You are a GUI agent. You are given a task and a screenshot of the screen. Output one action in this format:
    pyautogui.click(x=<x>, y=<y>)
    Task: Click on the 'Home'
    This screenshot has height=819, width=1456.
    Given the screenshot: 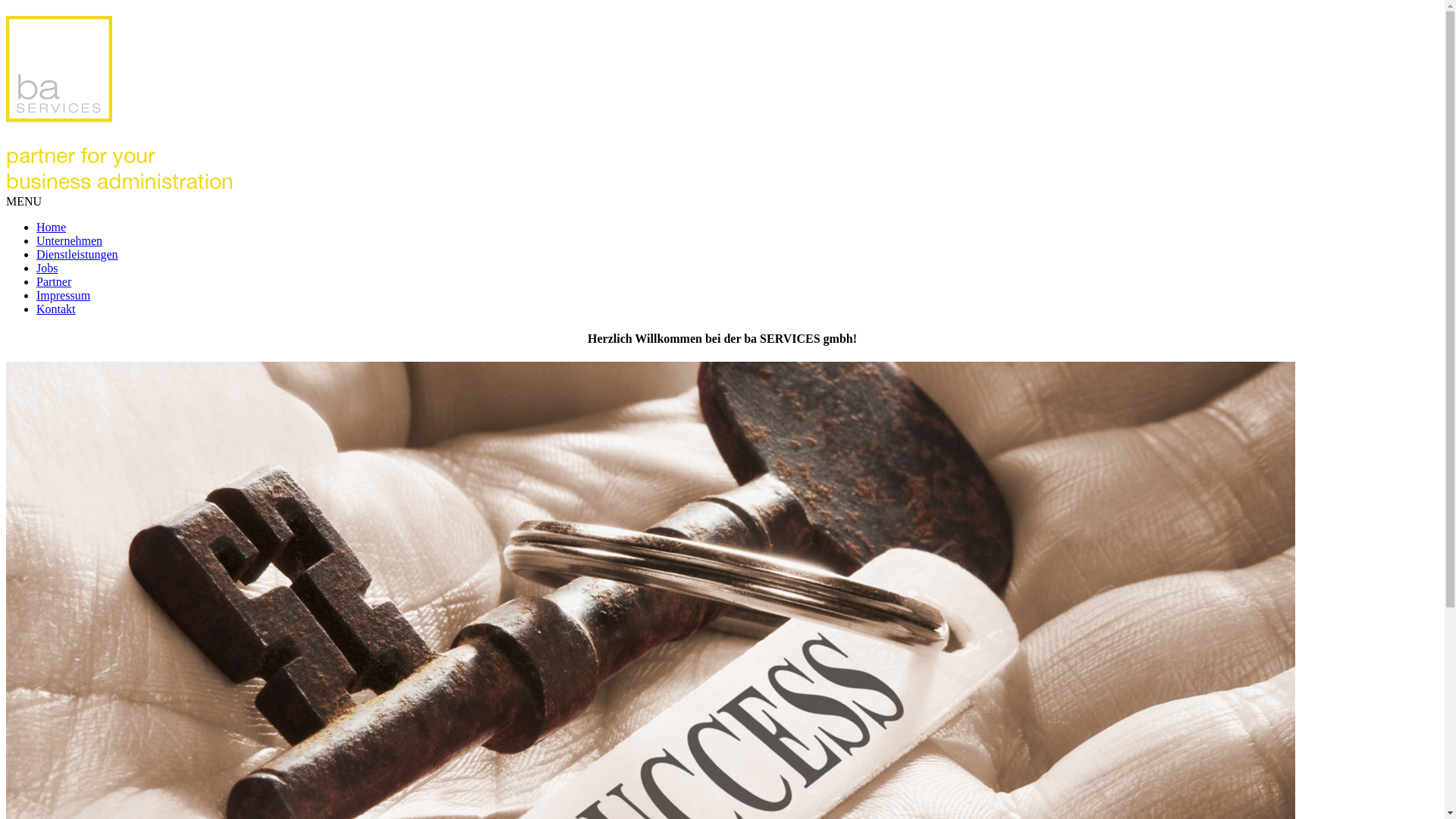 What is the action you would take?
    pyautogui.click(x=51, y=227)
    